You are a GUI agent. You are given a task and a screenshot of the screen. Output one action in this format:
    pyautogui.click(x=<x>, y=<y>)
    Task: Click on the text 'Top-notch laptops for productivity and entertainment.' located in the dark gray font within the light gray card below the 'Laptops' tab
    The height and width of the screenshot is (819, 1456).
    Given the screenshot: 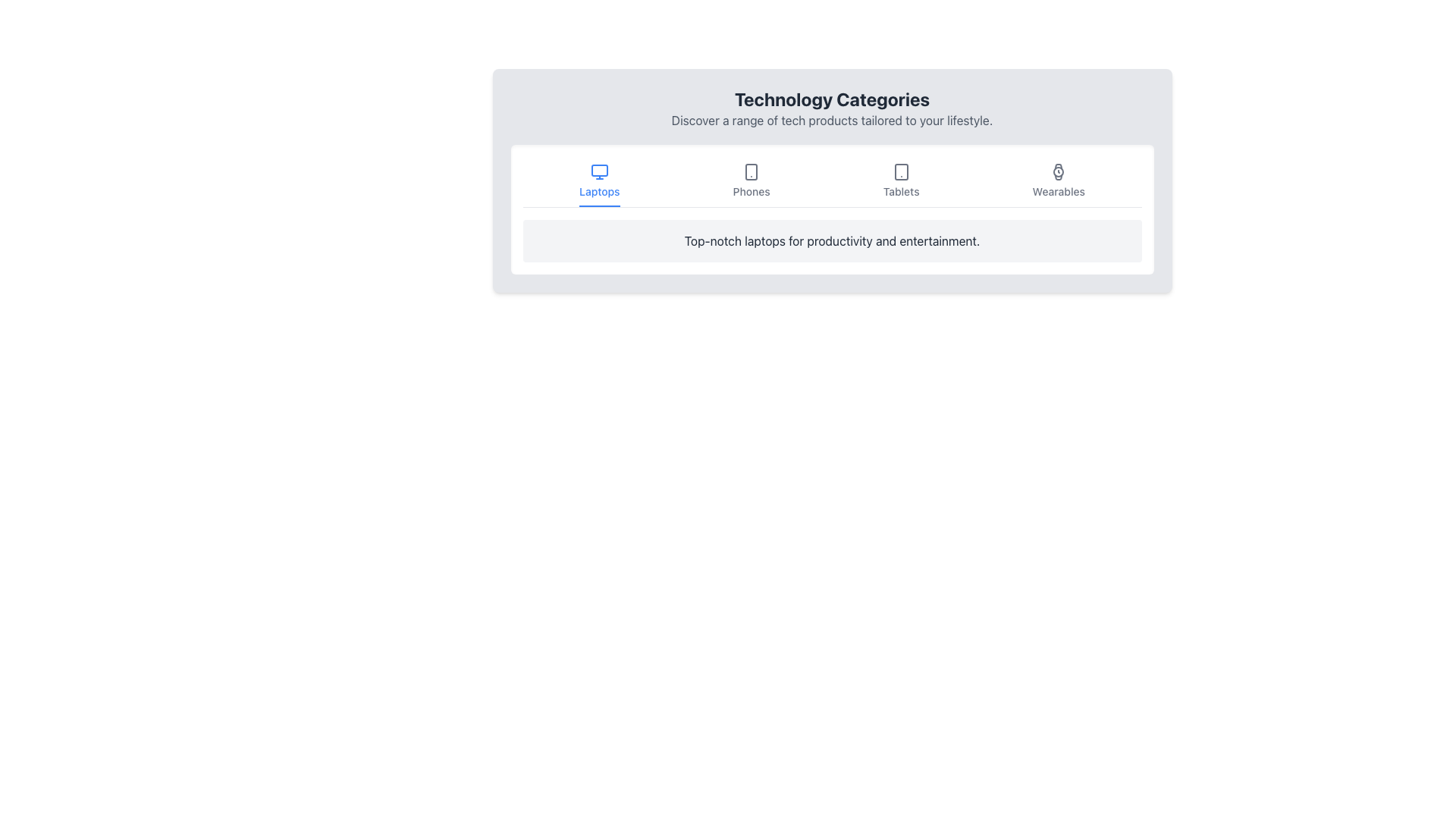 What is the action you would take?
    pyautogui.click(x=831, y=240)
    